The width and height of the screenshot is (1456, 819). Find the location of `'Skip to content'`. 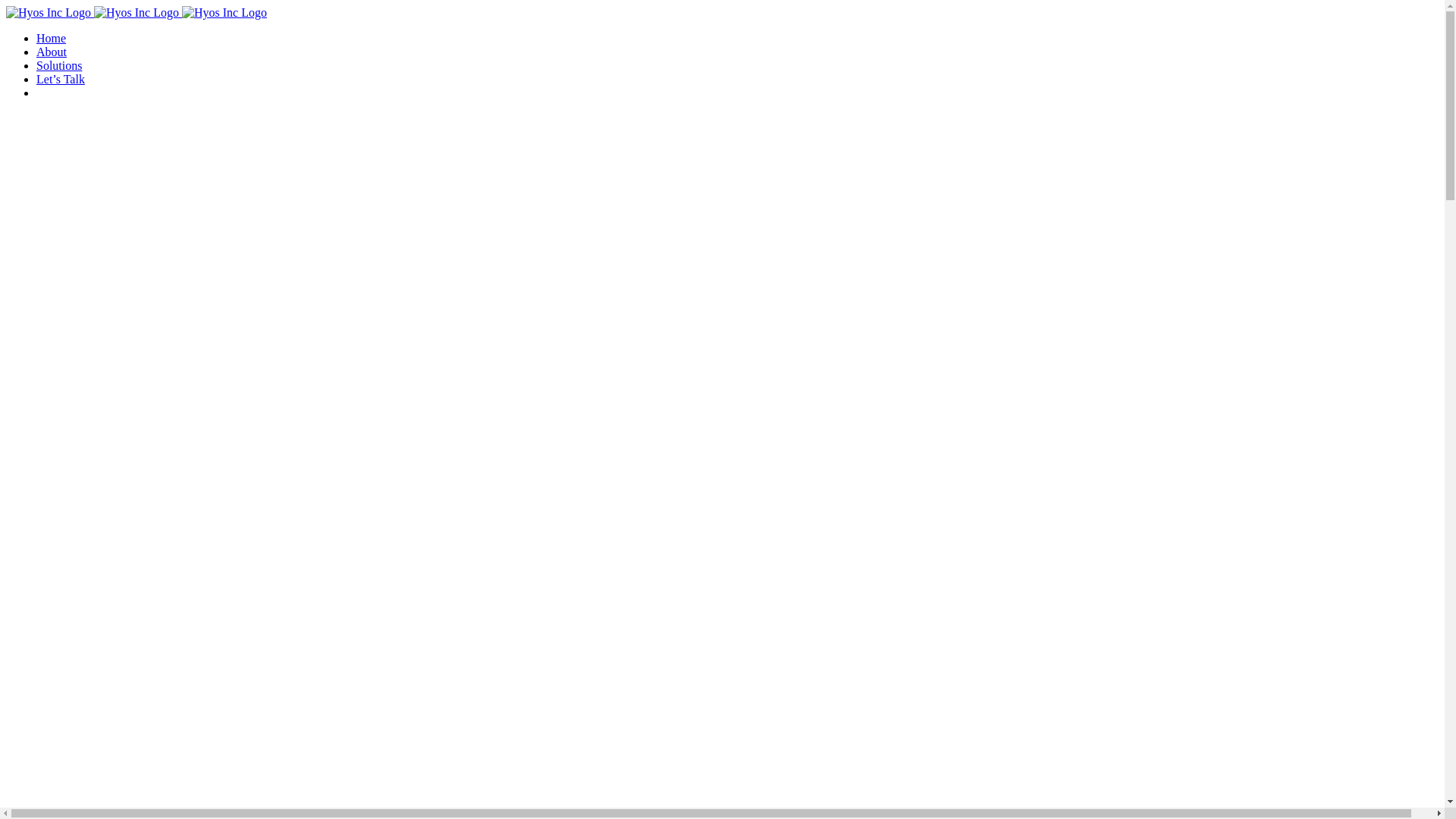

'Skip to content' is located at coordinates (5, 5).